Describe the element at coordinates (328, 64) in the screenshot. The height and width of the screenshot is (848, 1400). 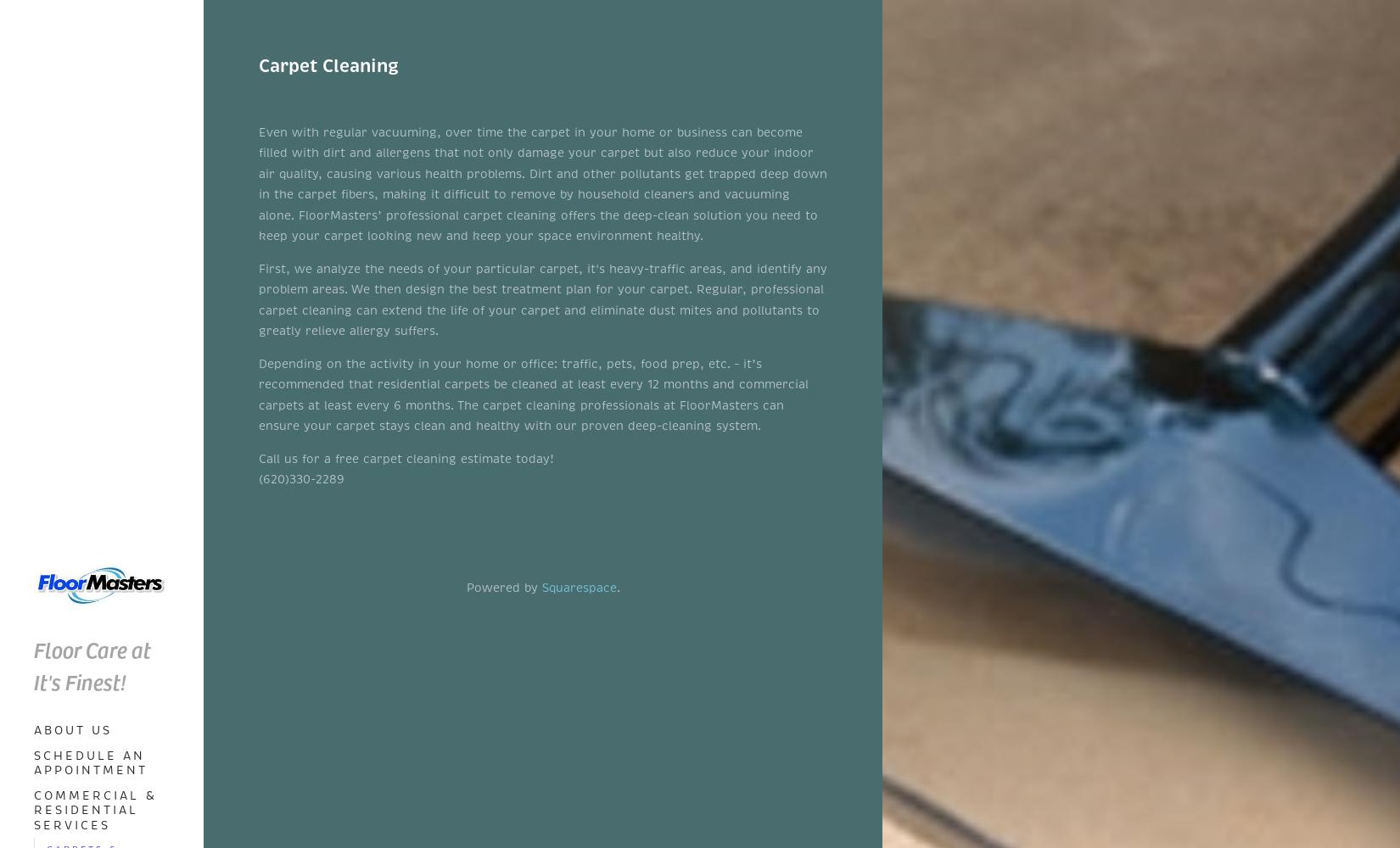
I see `'Carpet Cleaning'` at that location.